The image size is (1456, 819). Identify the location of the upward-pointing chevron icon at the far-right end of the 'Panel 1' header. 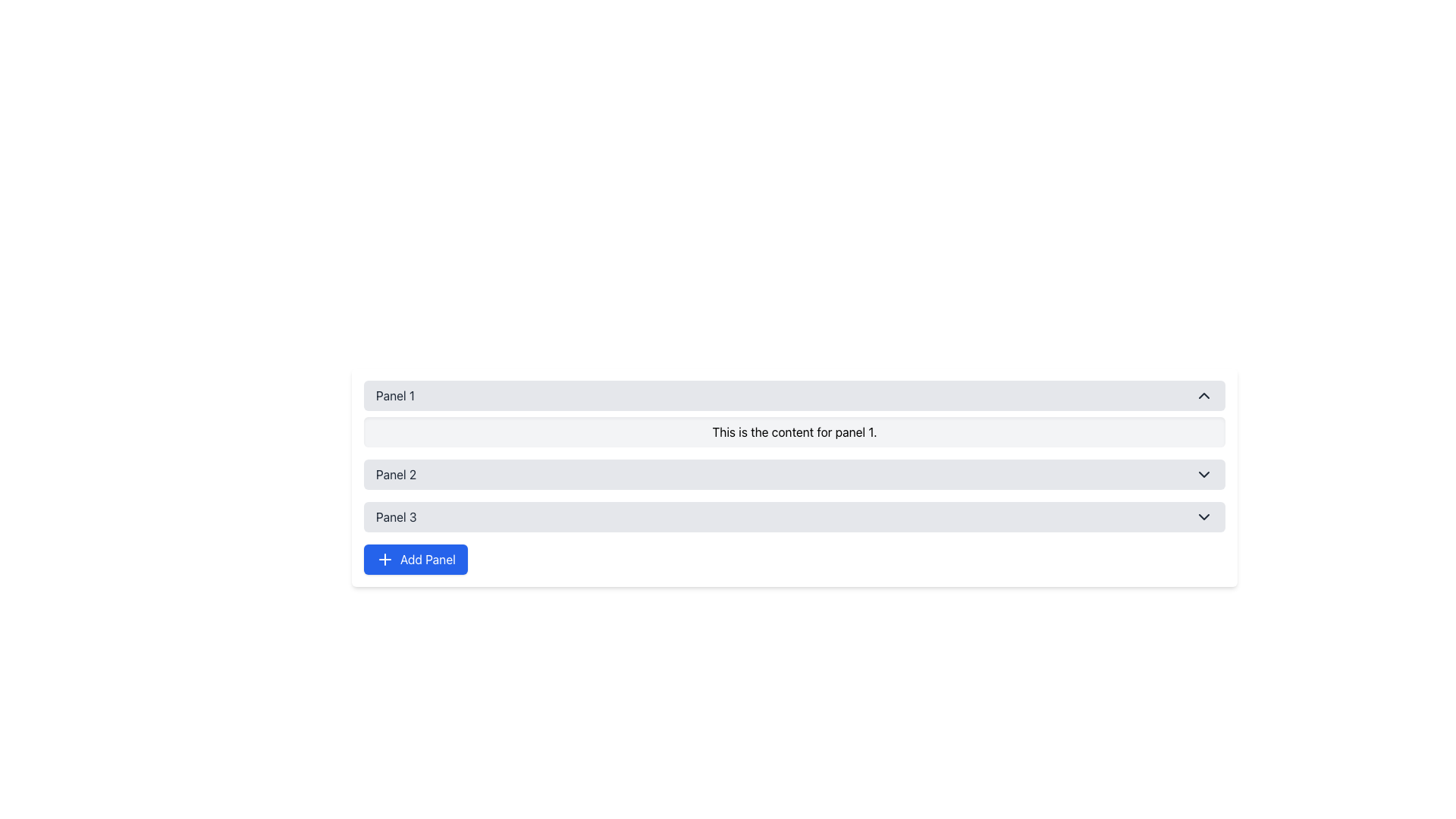
(1203, 394).